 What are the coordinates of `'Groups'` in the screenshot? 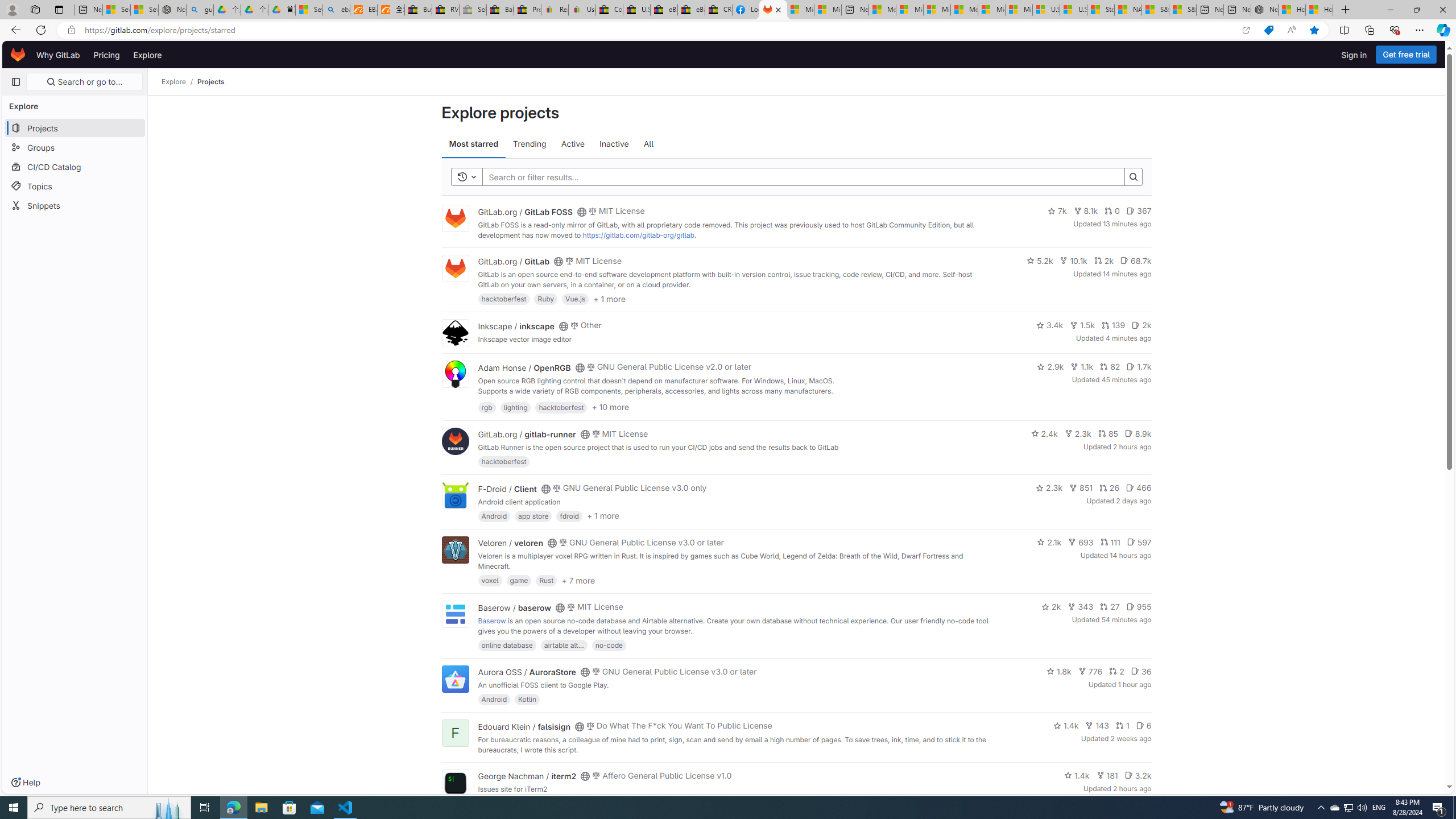 It's located at (74, 147).